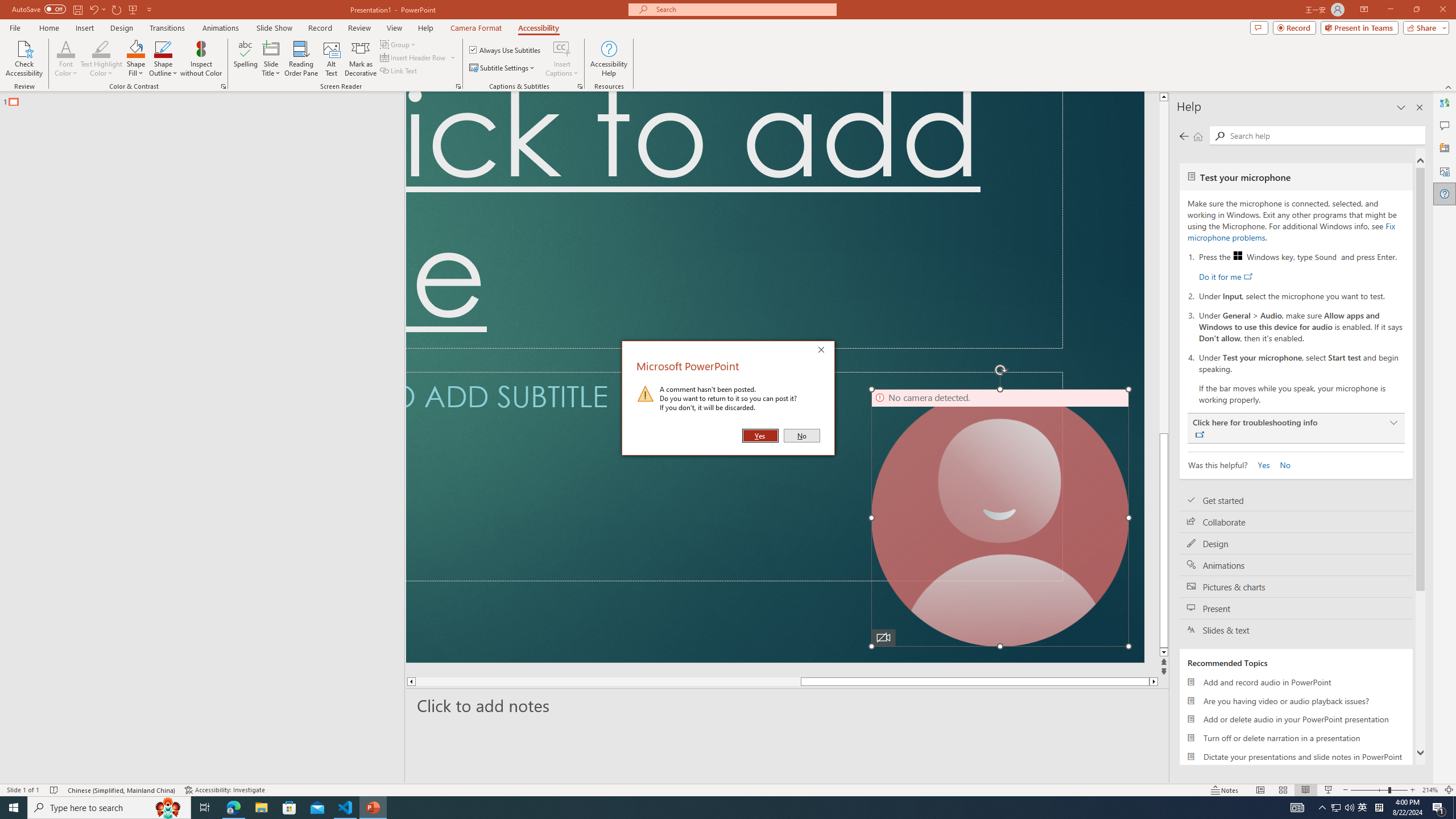 This screenshot has width=1456, height=819. I want to click on 'Add or delete audio in your PowerPoint presentation', so click(1296, 719).